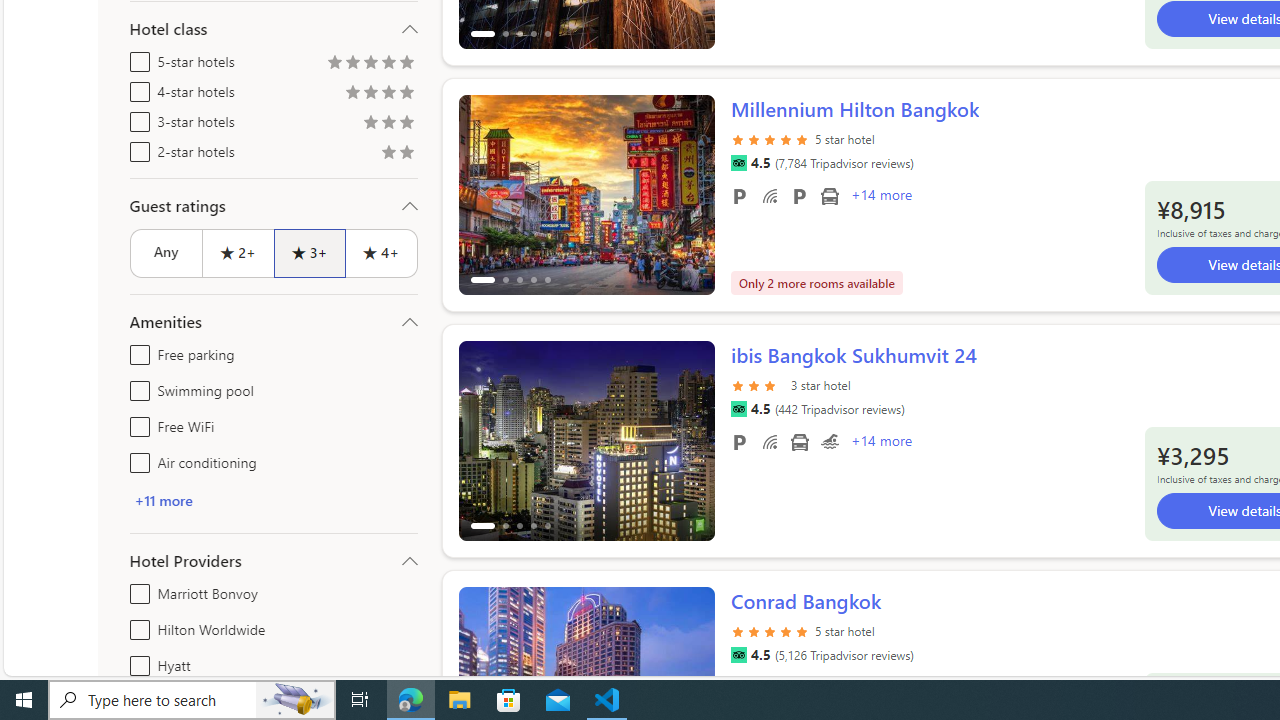 Image resolution: width=1280 pixels, height=720 pixels. I want to click on 'Amenities', so click(272, 320).